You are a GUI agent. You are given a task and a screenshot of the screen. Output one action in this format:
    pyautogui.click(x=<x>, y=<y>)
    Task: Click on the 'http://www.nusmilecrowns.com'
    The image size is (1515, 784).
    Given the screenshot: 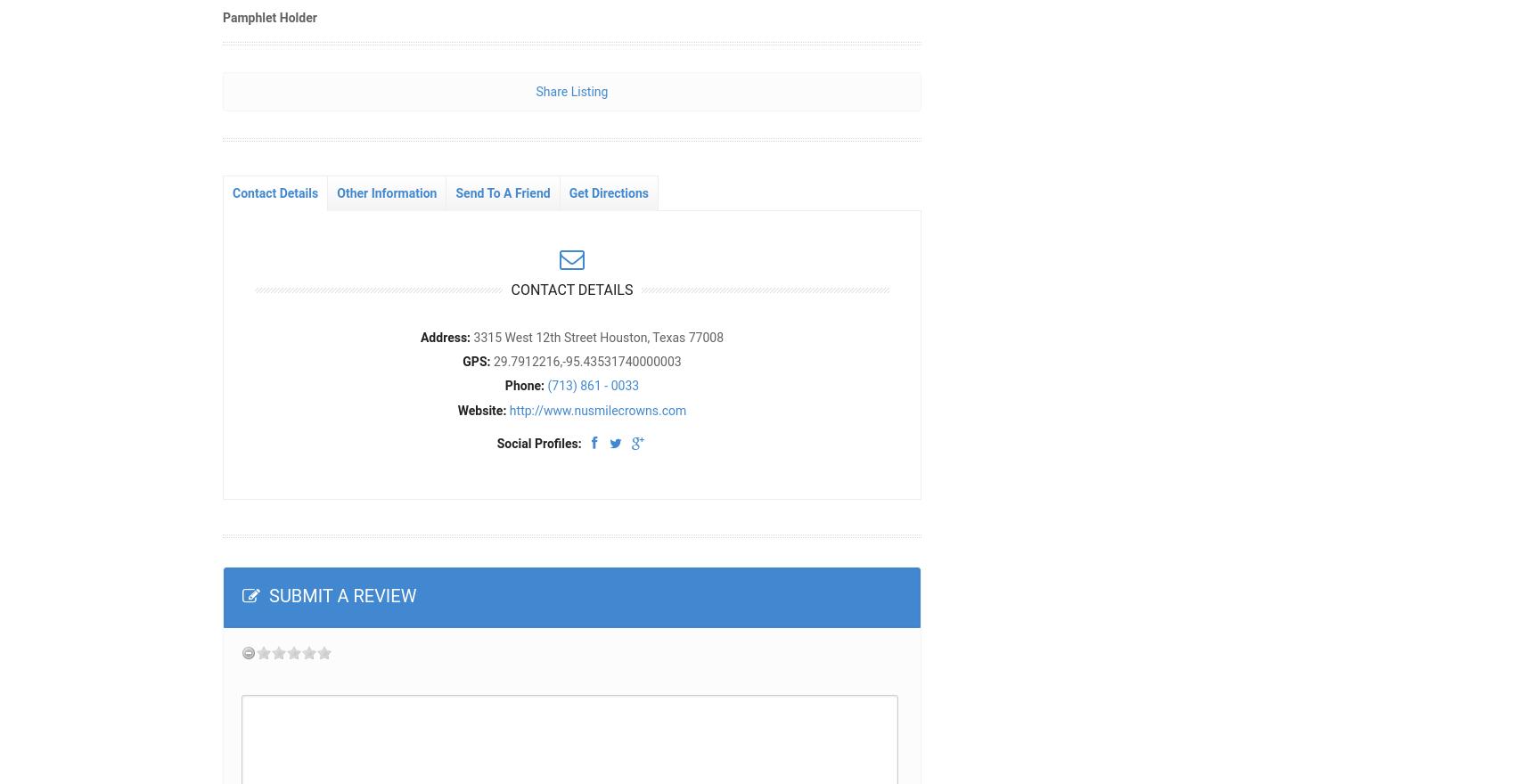 What is the action you would take?
    pyautogui.click(x=597, y=408)
    